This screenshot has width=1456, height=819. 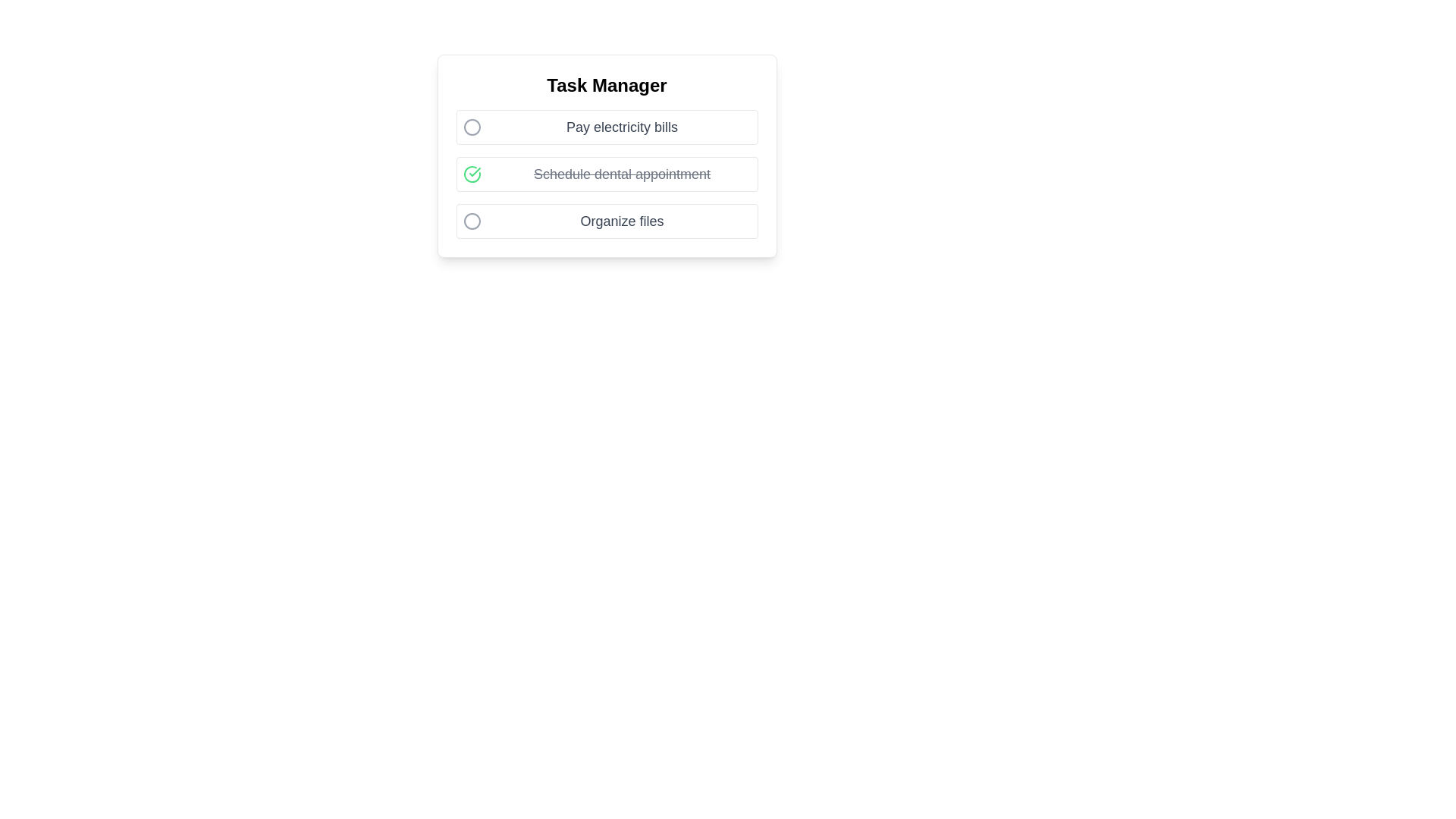 What do you see at coordinates (471, 127) in the screenshot?
I see `the circular graphical element that serves as a visual marker for the first task item in the task manager, located to the left of the task description 'Pay electricity bills.'` at bounding box center [471, 127].